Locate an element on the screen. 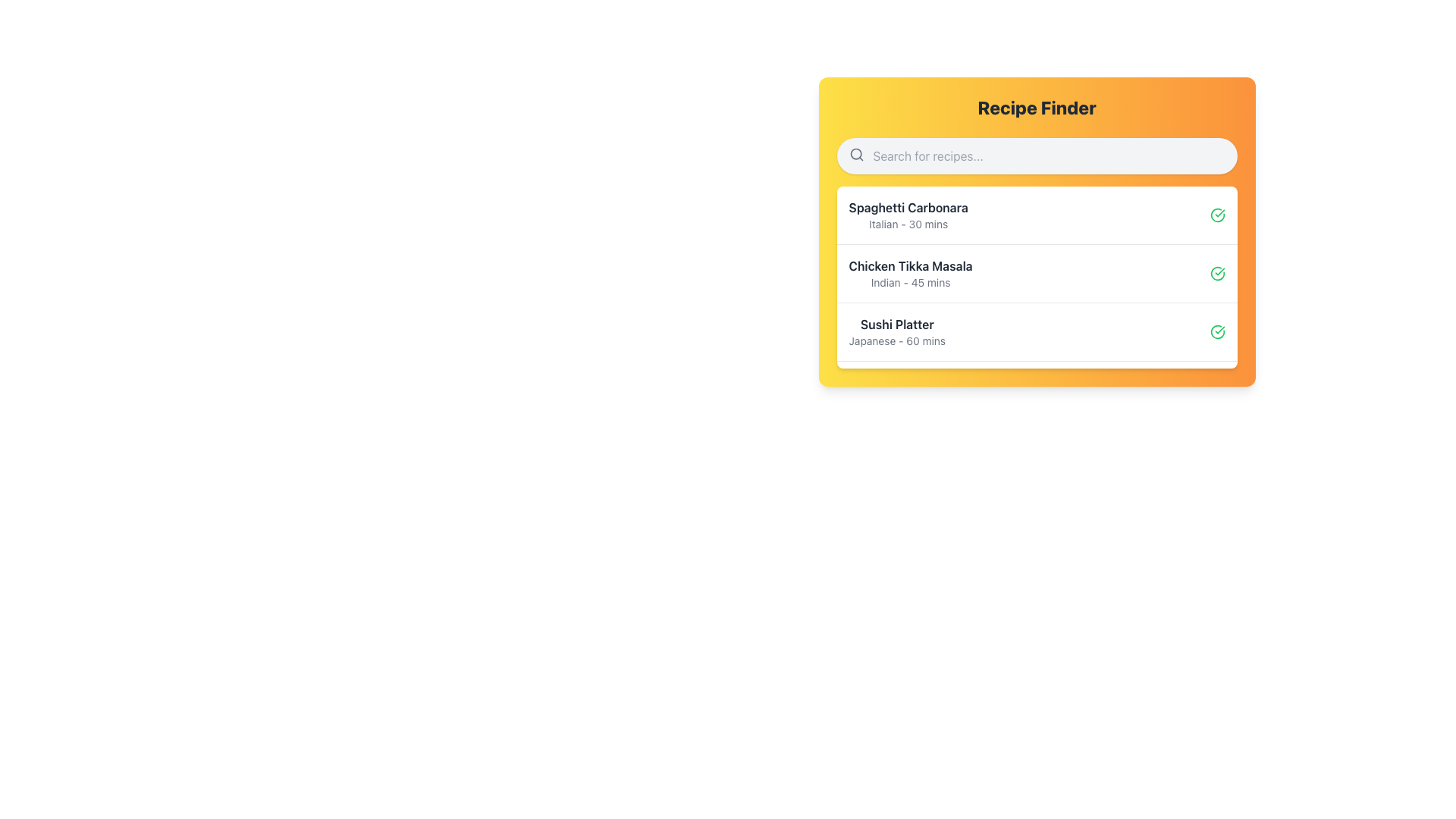 This screenshot has height=819, width=1456. descriptive text content about the recipe 'Chicken Tikka Masala', which includes its cuisine type 'Indian' and preparation time '45 mins', located within the recipe list in the Recipe Finder interface is located at coordinates (910, 283).